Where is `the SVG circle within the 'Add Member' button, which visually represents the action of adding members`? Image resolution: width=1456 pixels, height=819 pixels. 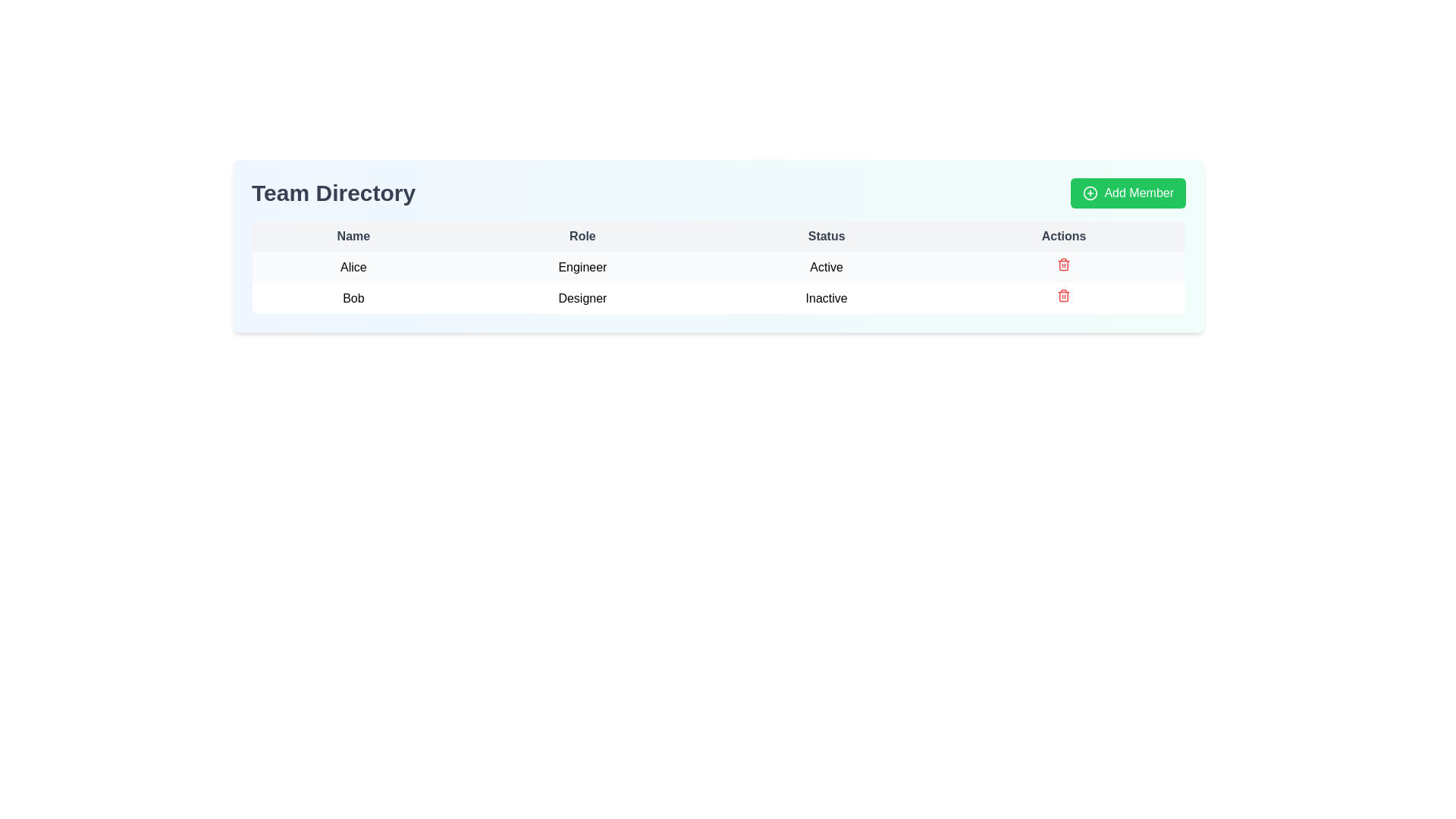
the SVG circle within the 'Add Member' button, which visually represents the action of adding members is located at coordinates (1090, 192).